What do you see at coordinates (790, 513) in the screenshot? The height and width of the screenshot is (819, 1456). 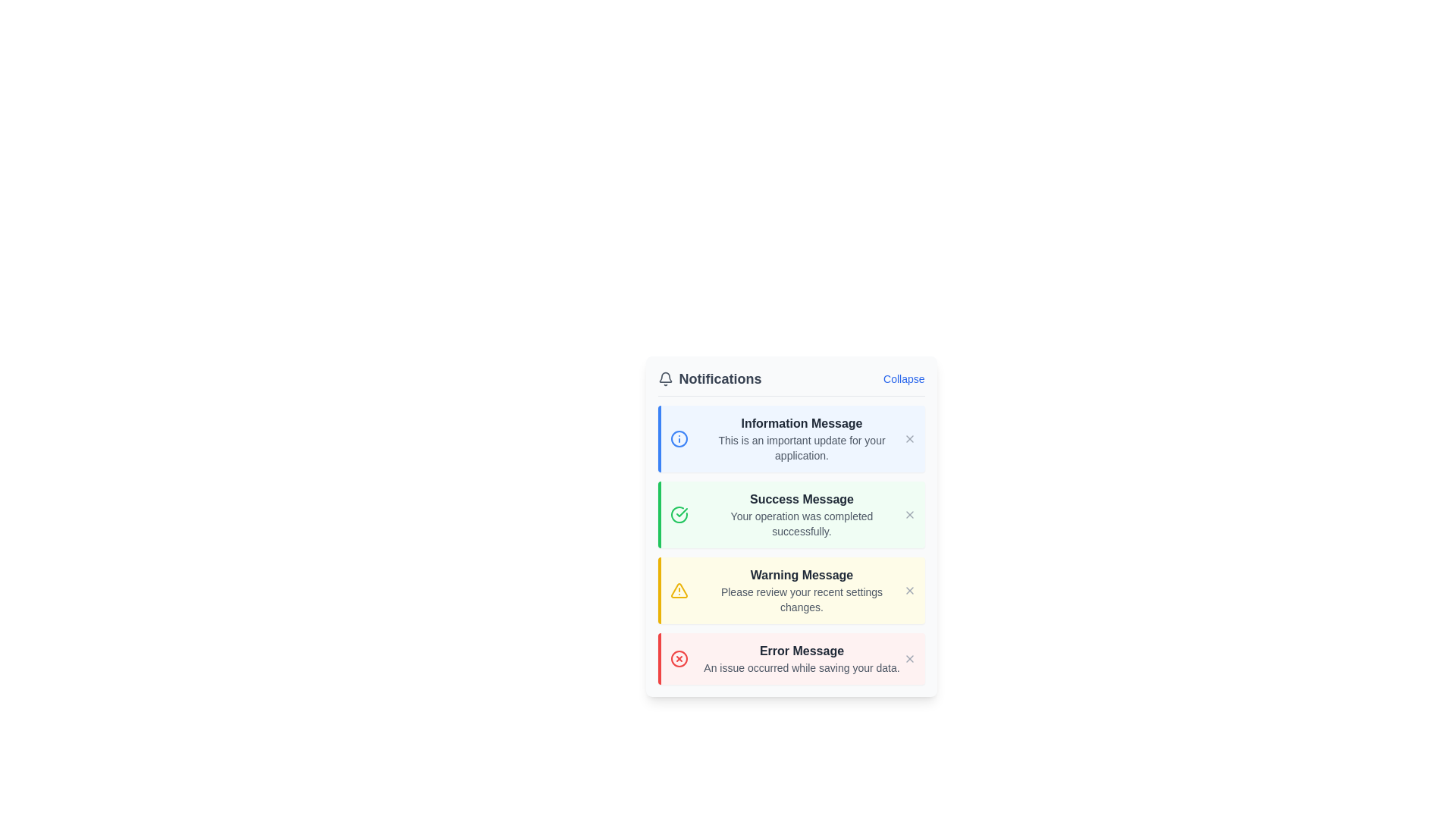 I see `the notification block with a green left border and a light green background titled 'Success Message', which indicates a successful operation` at bounding box center [790, 513].